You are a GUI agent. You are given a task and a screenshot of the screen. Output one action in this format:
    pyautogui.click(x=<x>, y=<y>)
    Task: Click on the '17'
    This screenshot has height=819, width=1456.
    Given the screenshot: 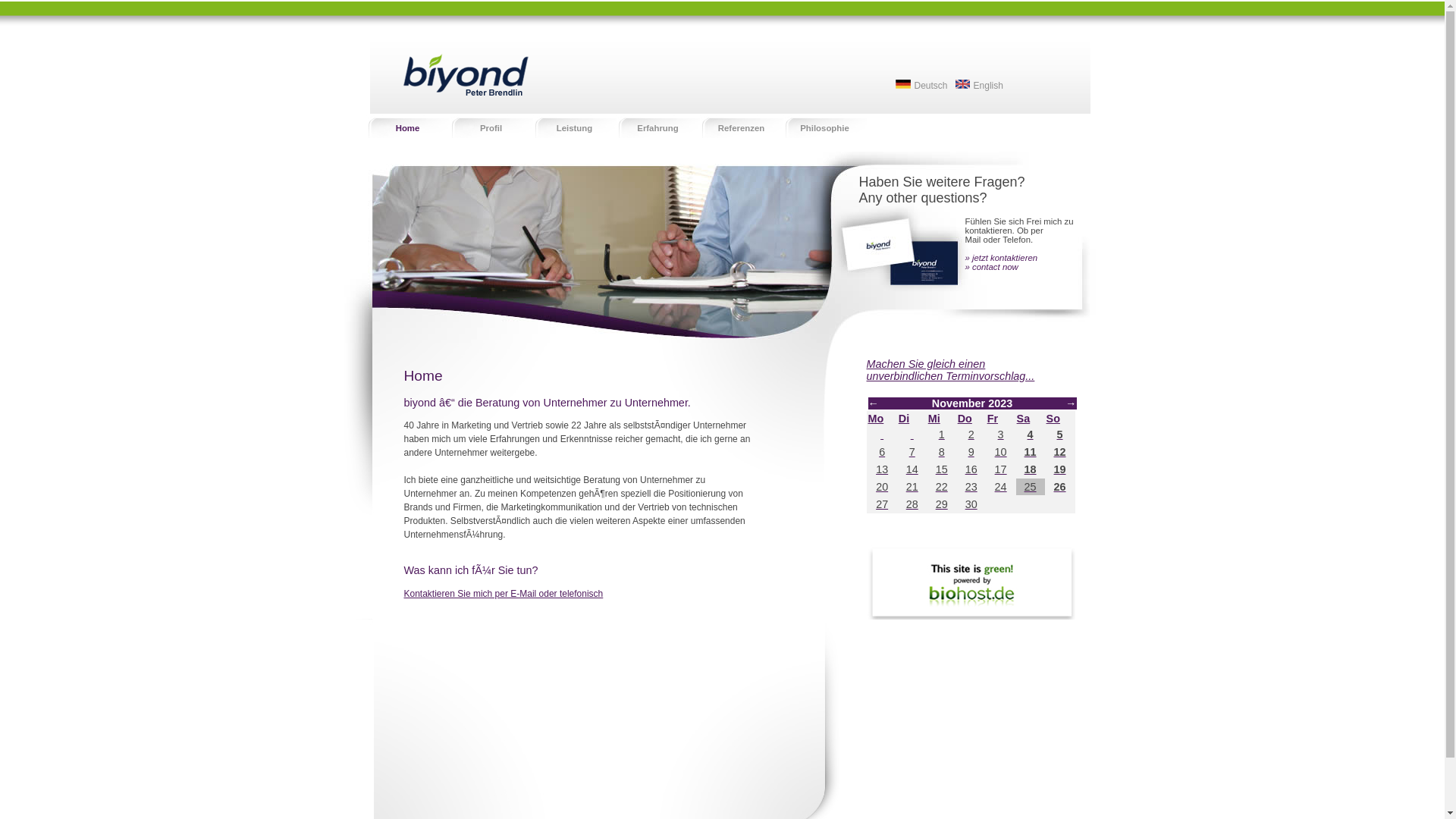 What is the action you would take?
    pyautogui.click(x=994, y=468)
    